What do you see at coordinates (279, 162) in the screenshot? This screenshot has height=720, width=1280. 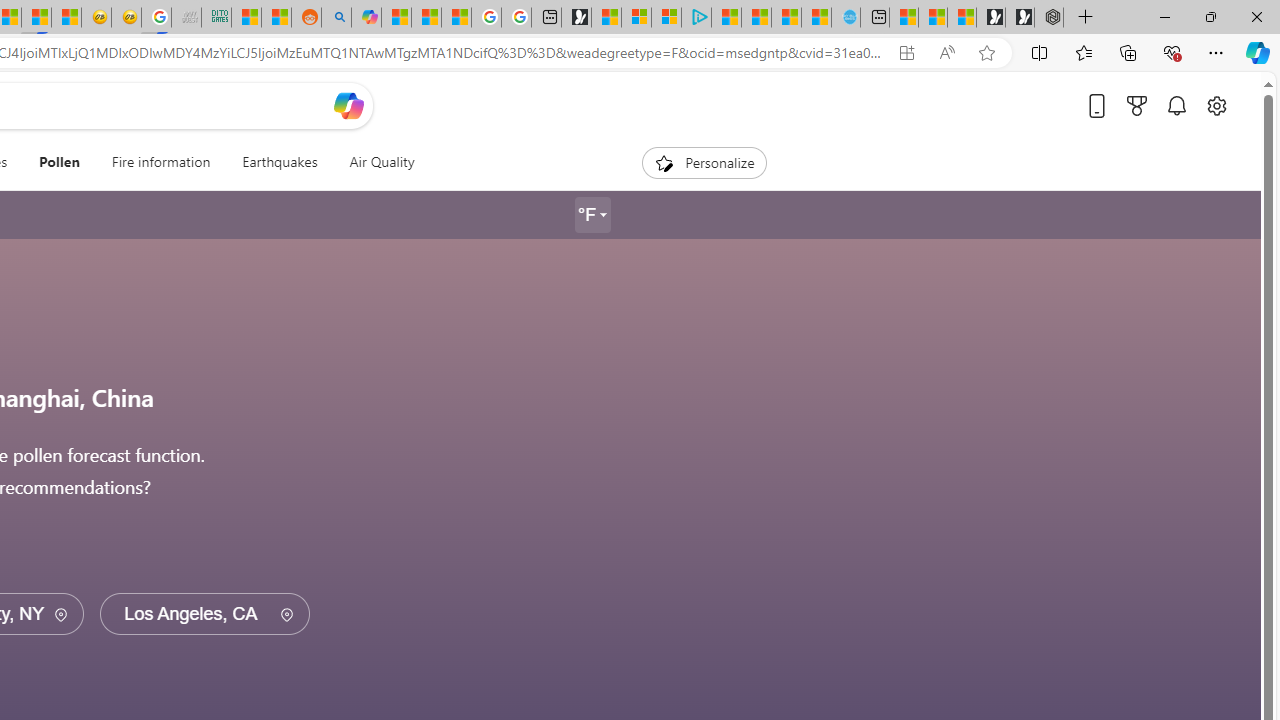 I see `'Earthquakes'` at bounding box center [279, 162].